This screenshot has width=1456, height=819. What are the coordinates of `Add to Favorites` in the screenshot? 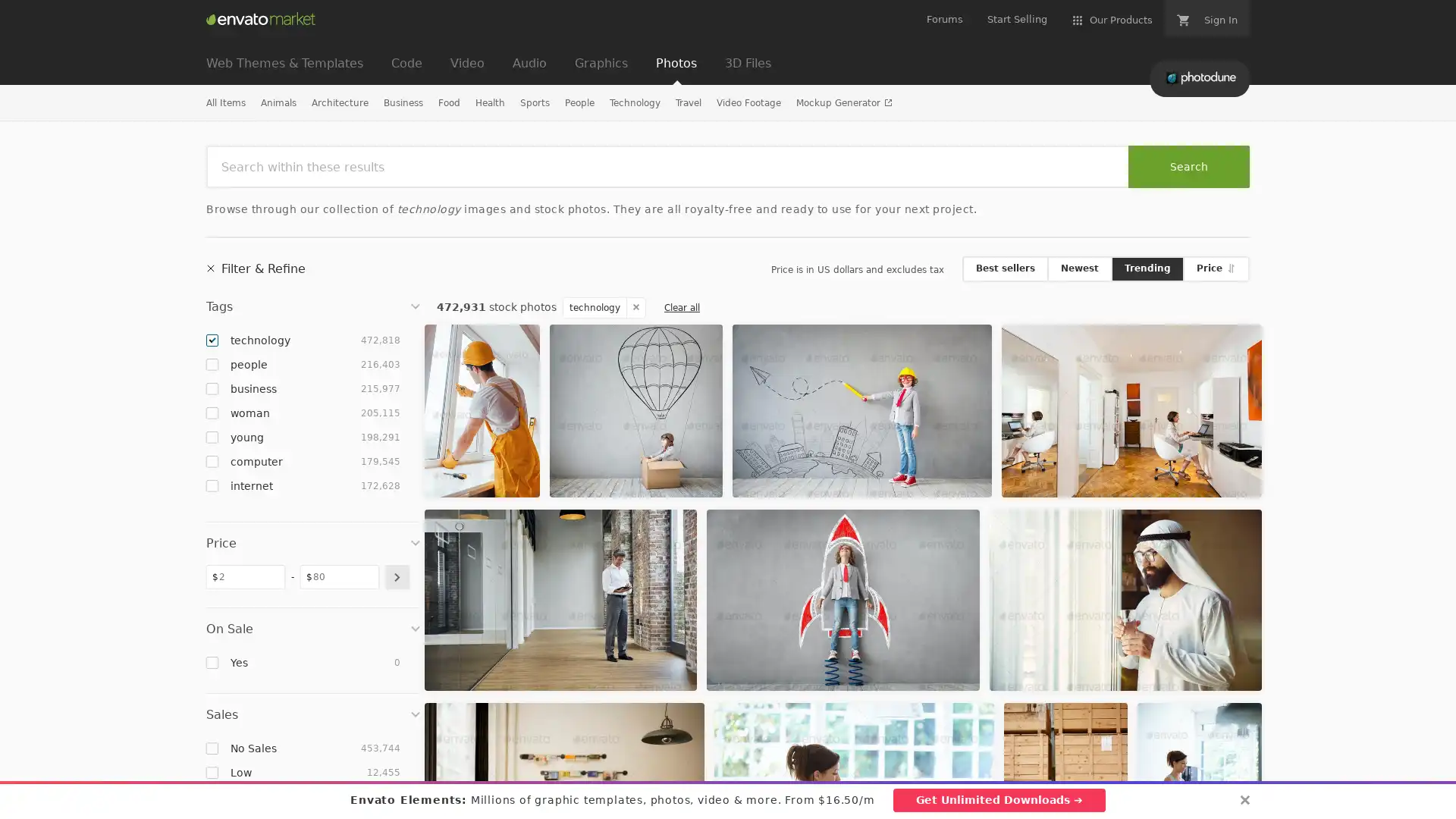 It's located at (1241, 721).